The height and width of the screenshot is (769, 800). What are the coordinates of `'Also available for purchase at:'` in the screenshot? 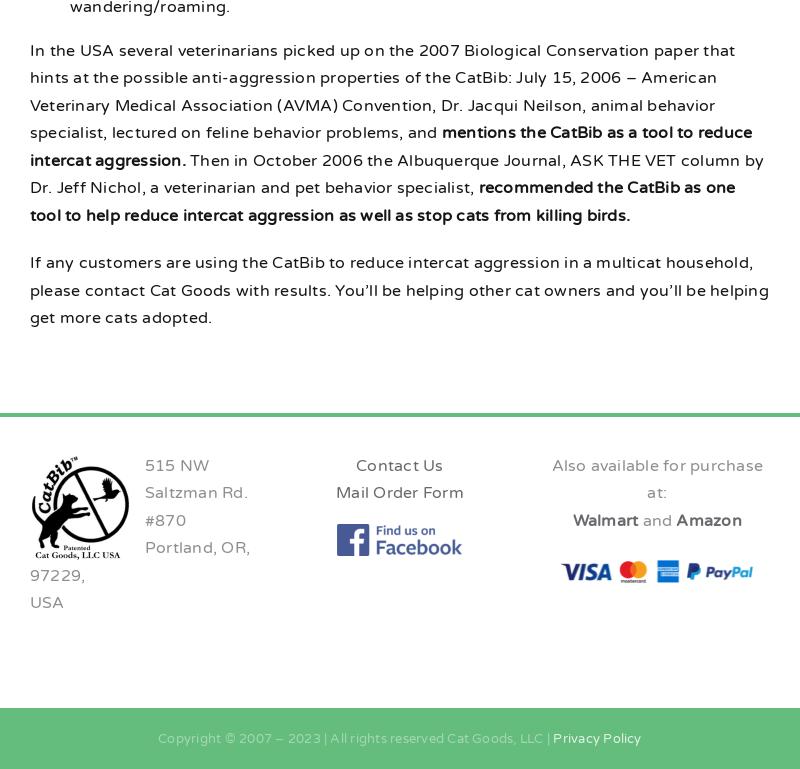 It's located at (550, 478).